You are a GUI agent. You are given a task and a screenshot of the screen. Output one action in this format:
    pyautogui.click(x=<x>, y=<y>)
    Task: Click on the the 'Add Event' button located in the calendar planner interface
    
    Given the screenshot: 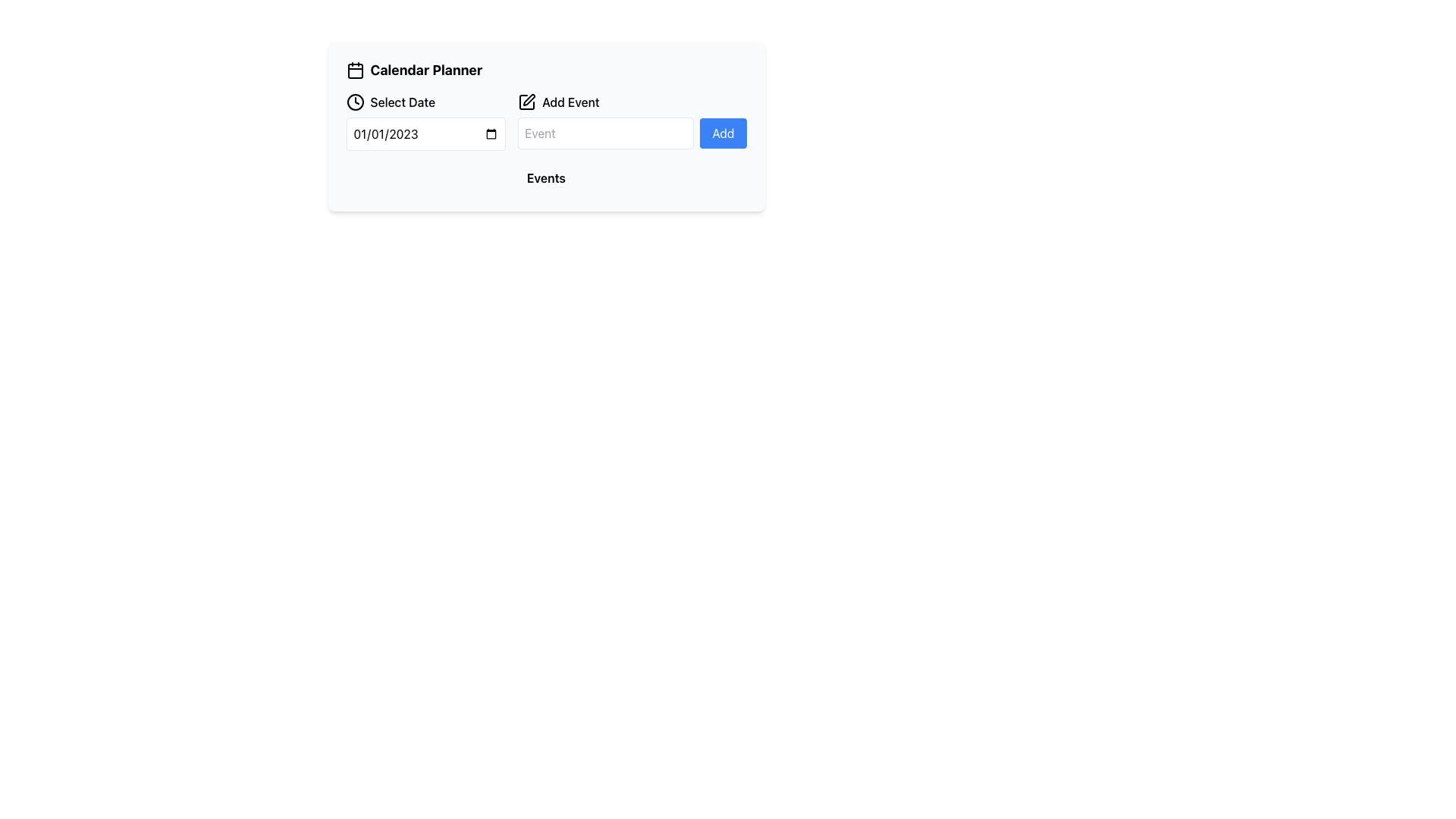 What is the action you would take?
    pyautogui.click(x=723, y=133)
    